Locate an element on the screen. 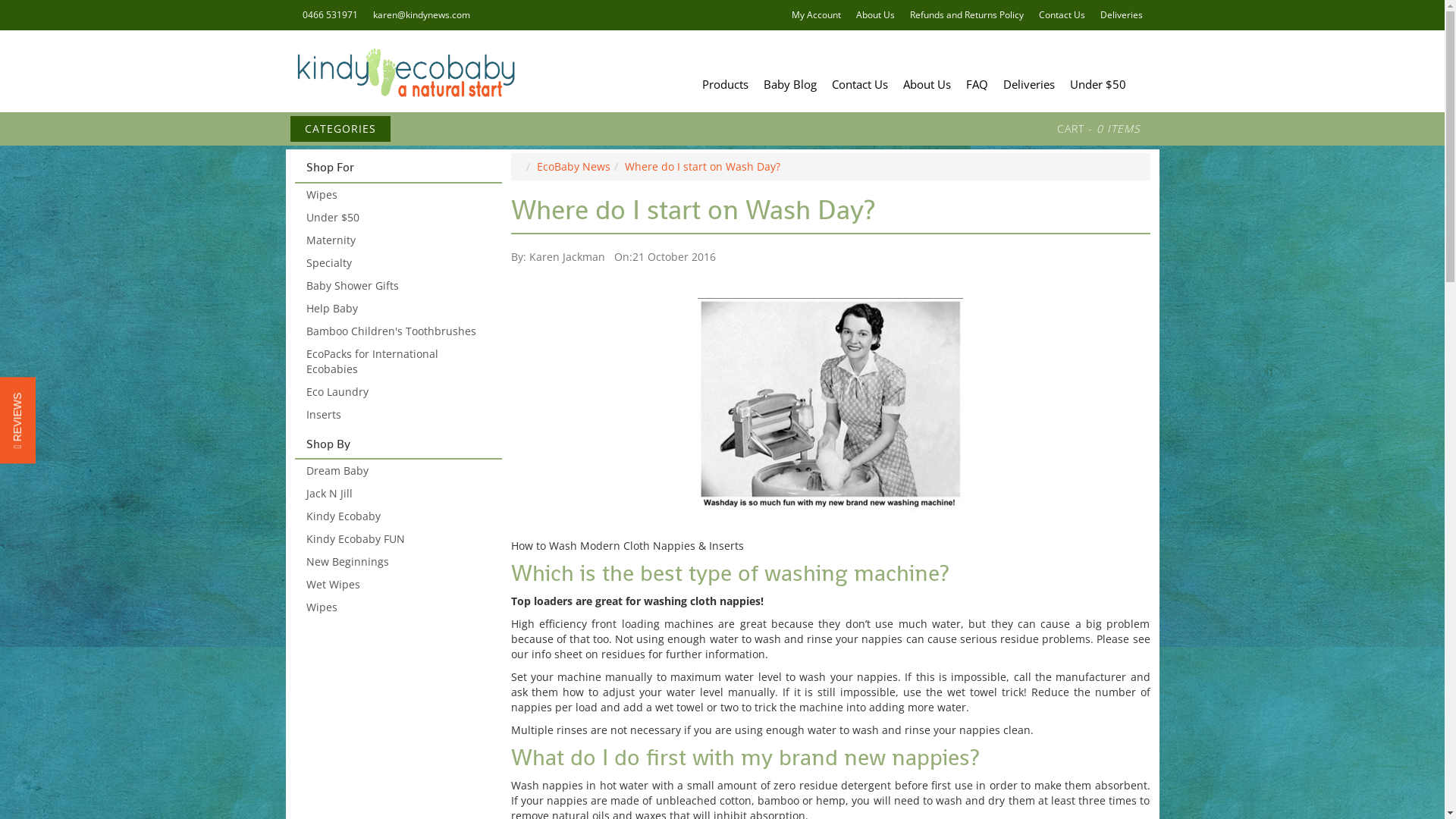 This screenshot has height=819, width=1456. 'New Beginnings' is located at coordinates (397, 561).